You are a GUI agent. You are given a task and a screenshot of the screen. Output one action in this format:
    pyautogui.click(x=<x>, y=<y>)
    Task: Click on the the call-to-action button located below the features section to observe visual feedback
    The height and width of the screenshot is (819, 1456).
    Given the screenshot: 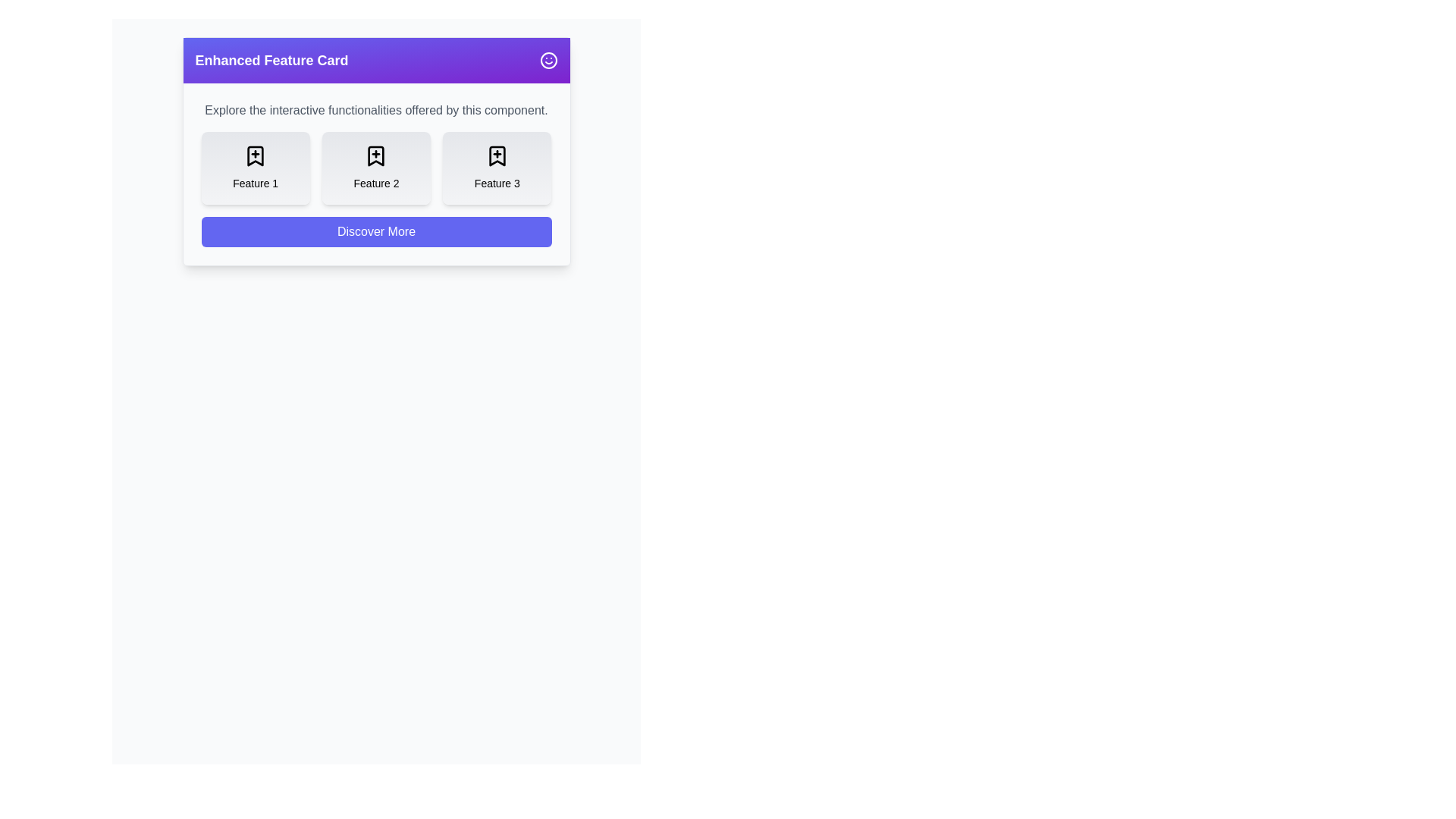 What is the action you would take?
    pyautogui.click(x=376, y=231)
    